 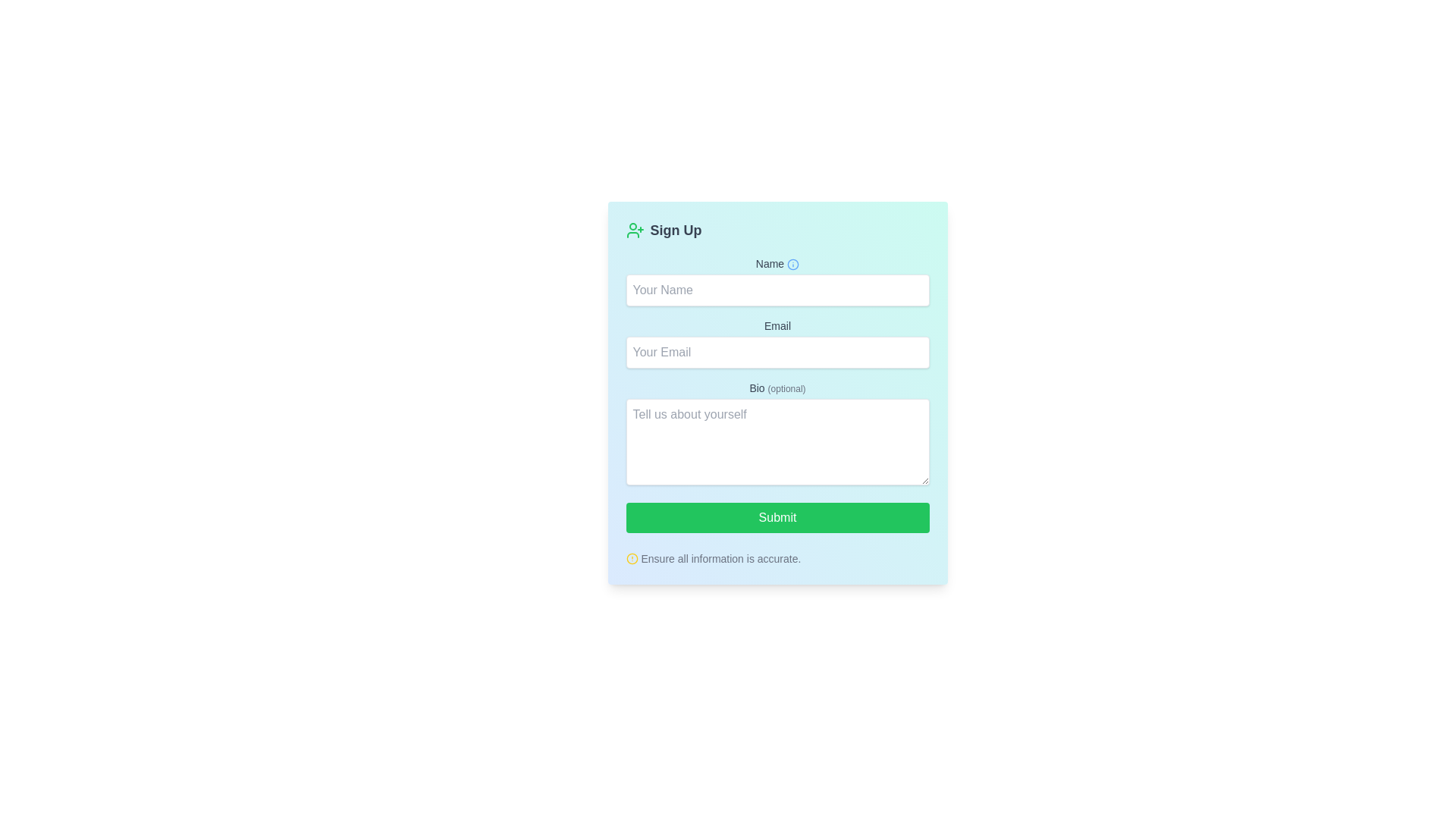 I want to click on the '(optional)' text label located to the right of the 'Bio' label, indicating that the 'Bio' field is not mandatory, so click(x=786, y=388).